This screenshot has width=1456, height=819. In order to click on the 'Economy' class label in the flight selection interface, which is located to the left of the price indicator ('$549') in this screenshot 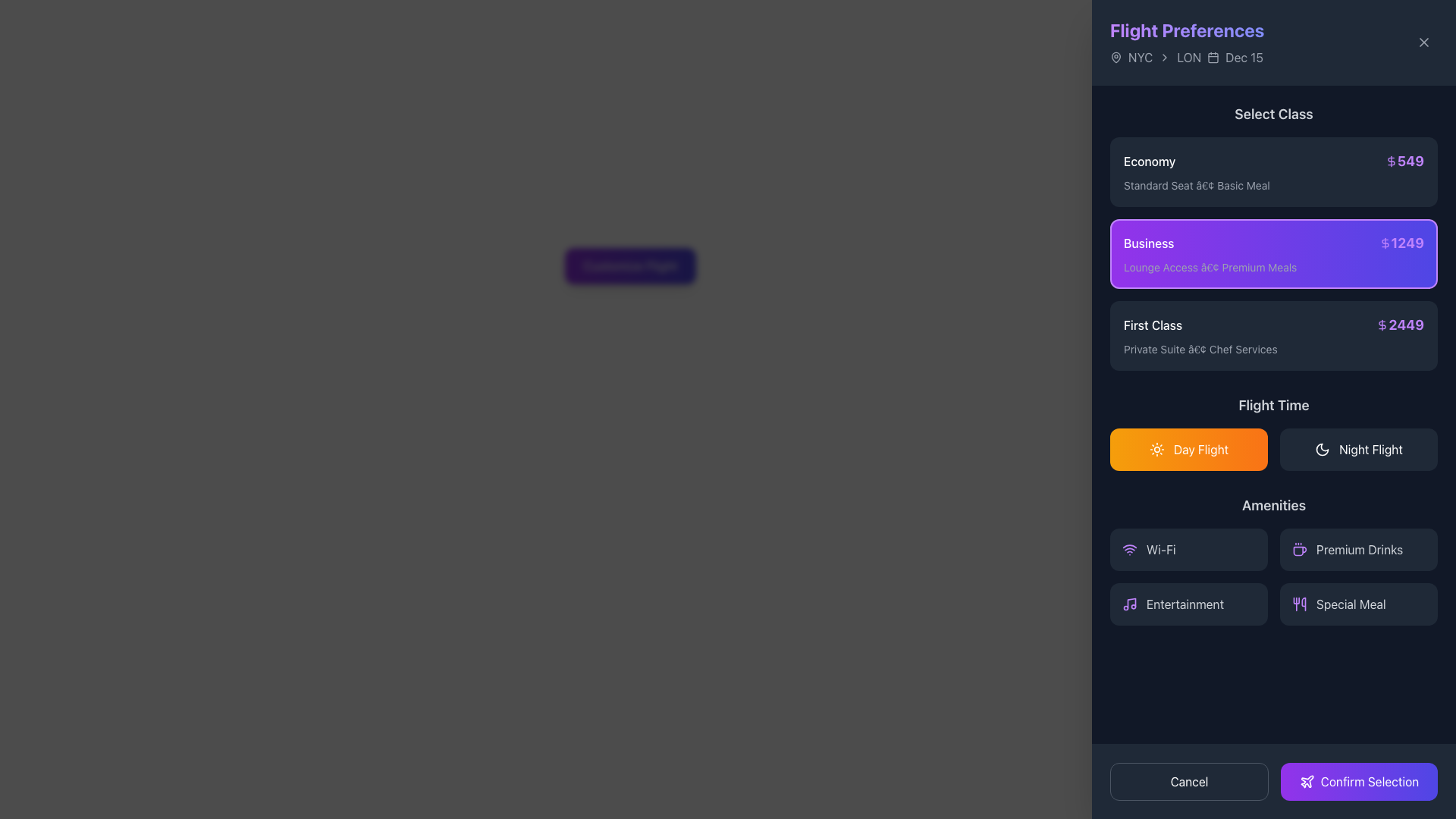, I will do `click(1150, 161)`.